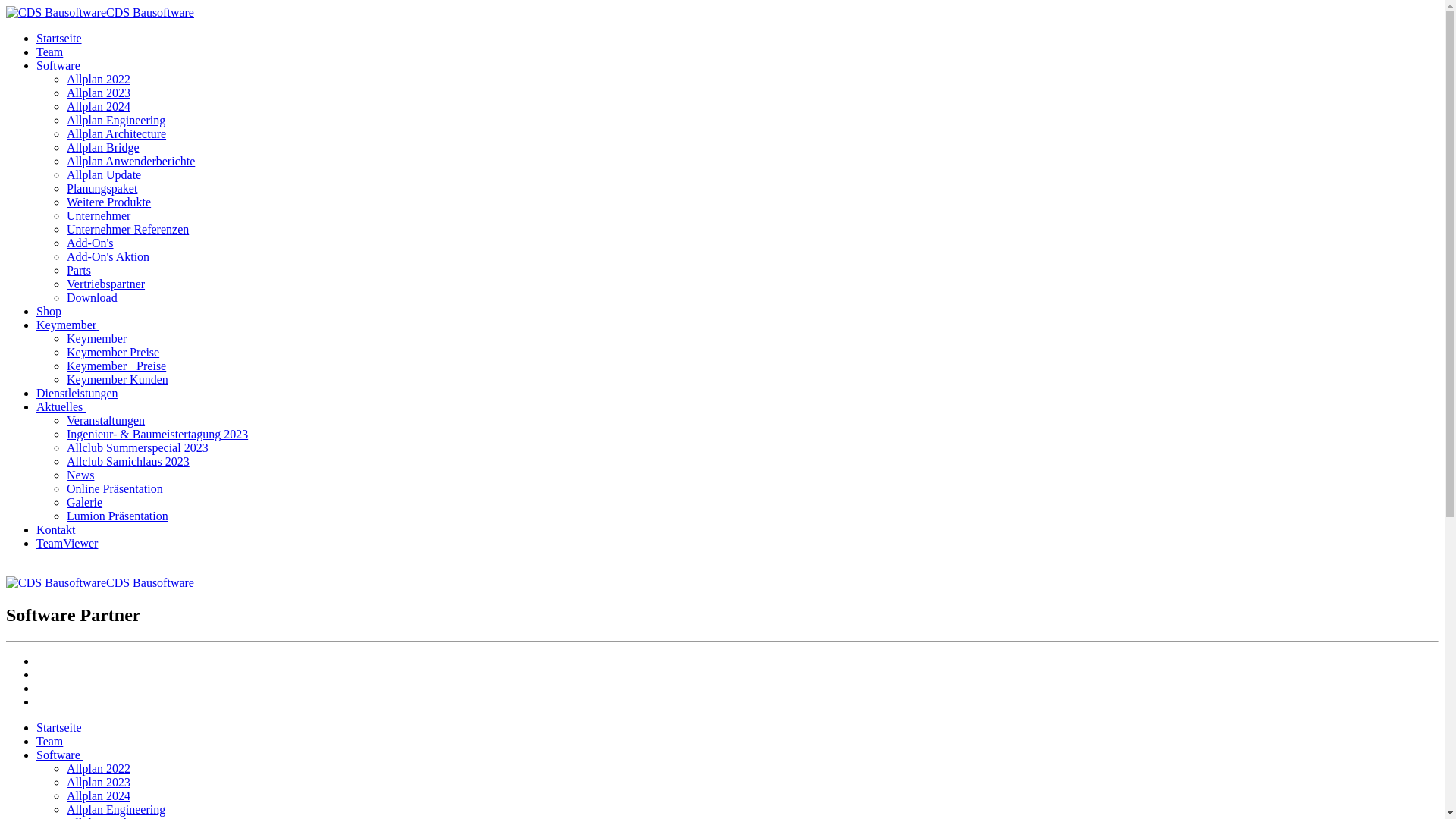  What do you see at coordinates (65, 366) in the screenshot?
I see `'Keymember+ Preise'` at bounding box center [65, 366].